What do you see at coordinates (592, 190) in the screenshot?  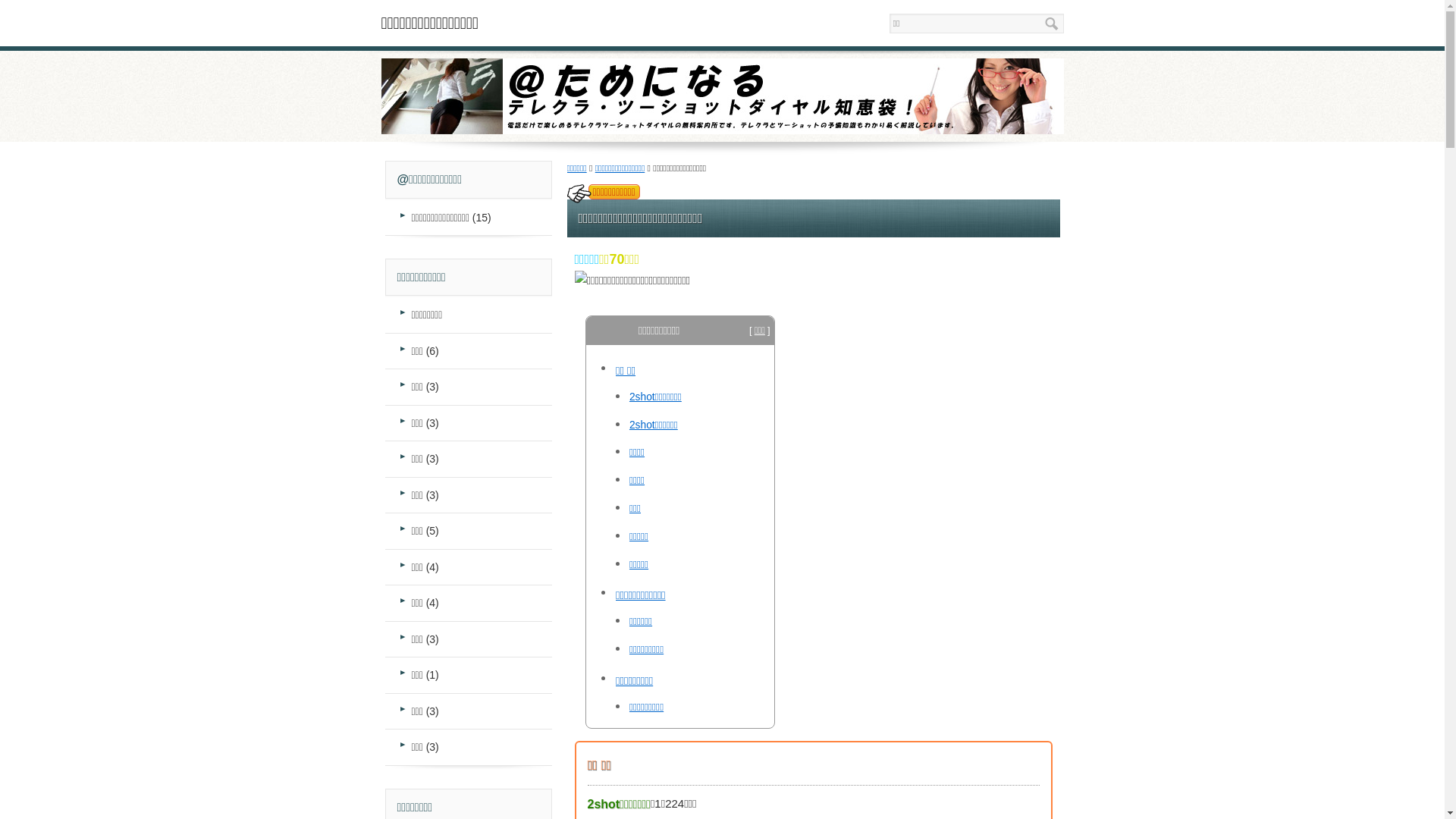 I see `'../denwabangou-select'` at bounding box center [592, 190].